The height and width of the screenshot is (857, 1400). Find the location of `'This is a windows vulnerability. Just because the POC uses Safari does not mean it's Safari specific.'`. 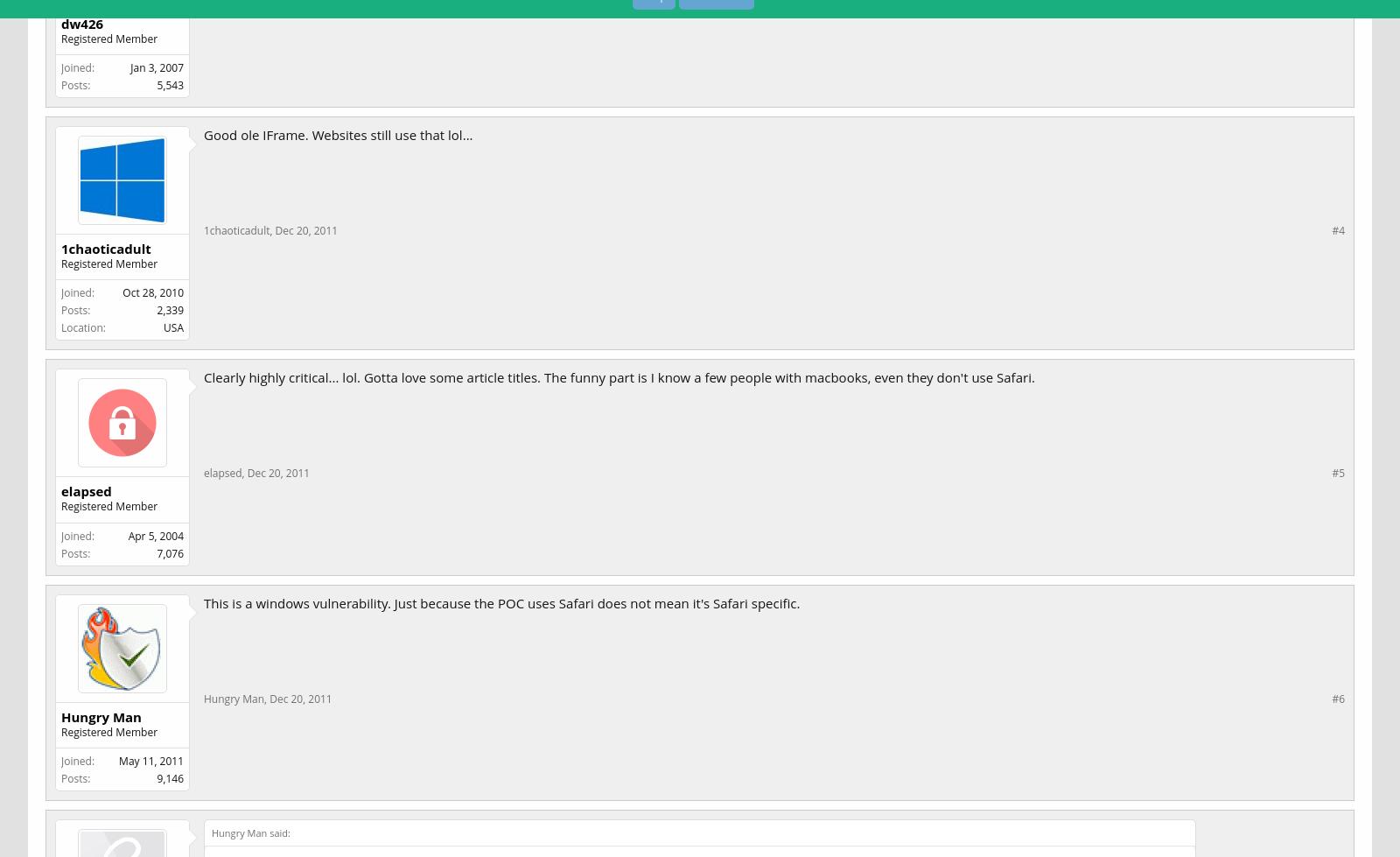

'This is a windows vulnerability. Just because the POC uses Safari does not mean it's Safari specific.' is located at coordinates (500, 601).